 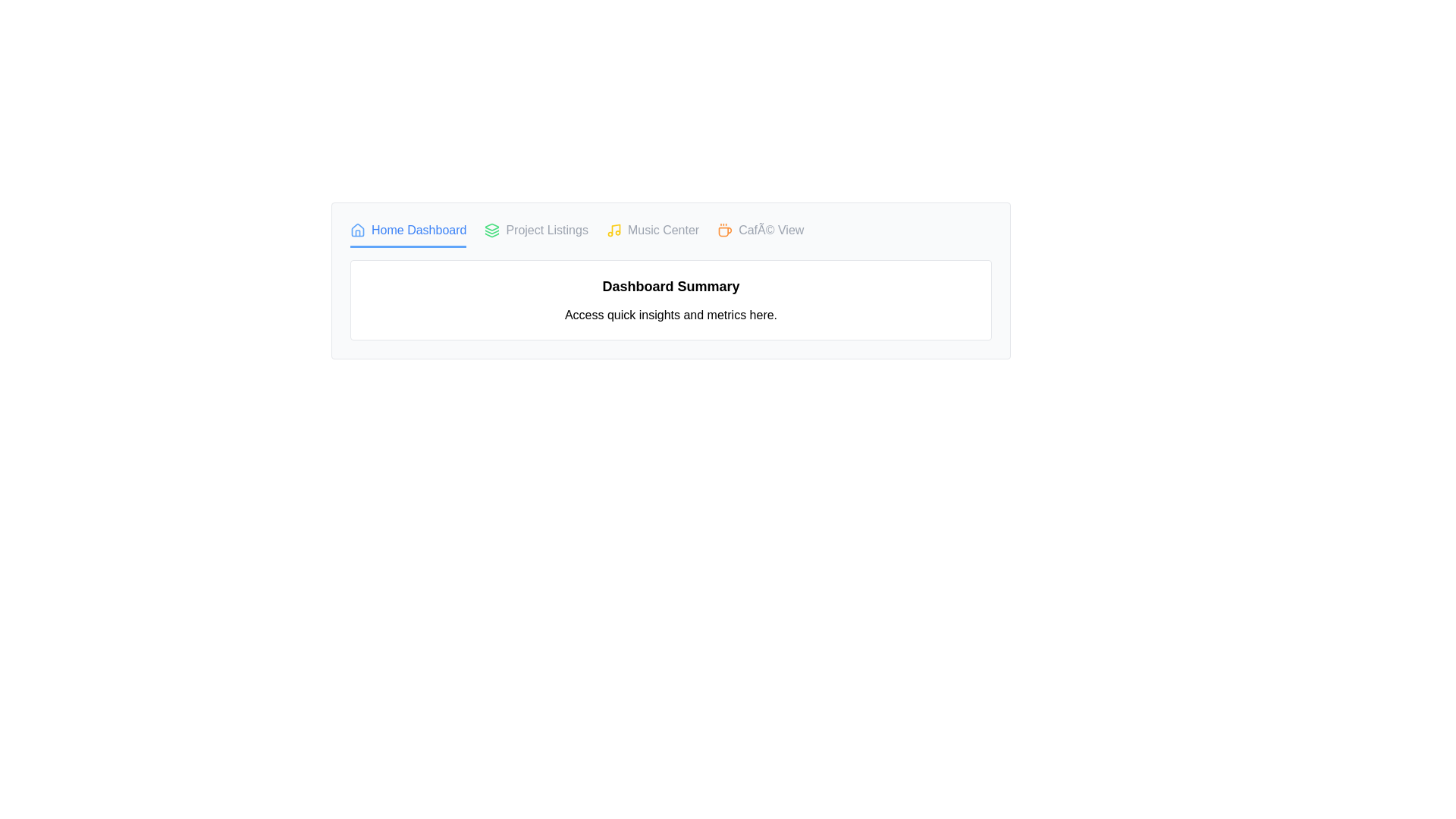 What do you see at coordinates (670, 287) in the screenshot?
I see `the heading text label that provides context for the section, positioned above the text 'Access quick insights and metrics here.'` at bounding box center [670, 287].